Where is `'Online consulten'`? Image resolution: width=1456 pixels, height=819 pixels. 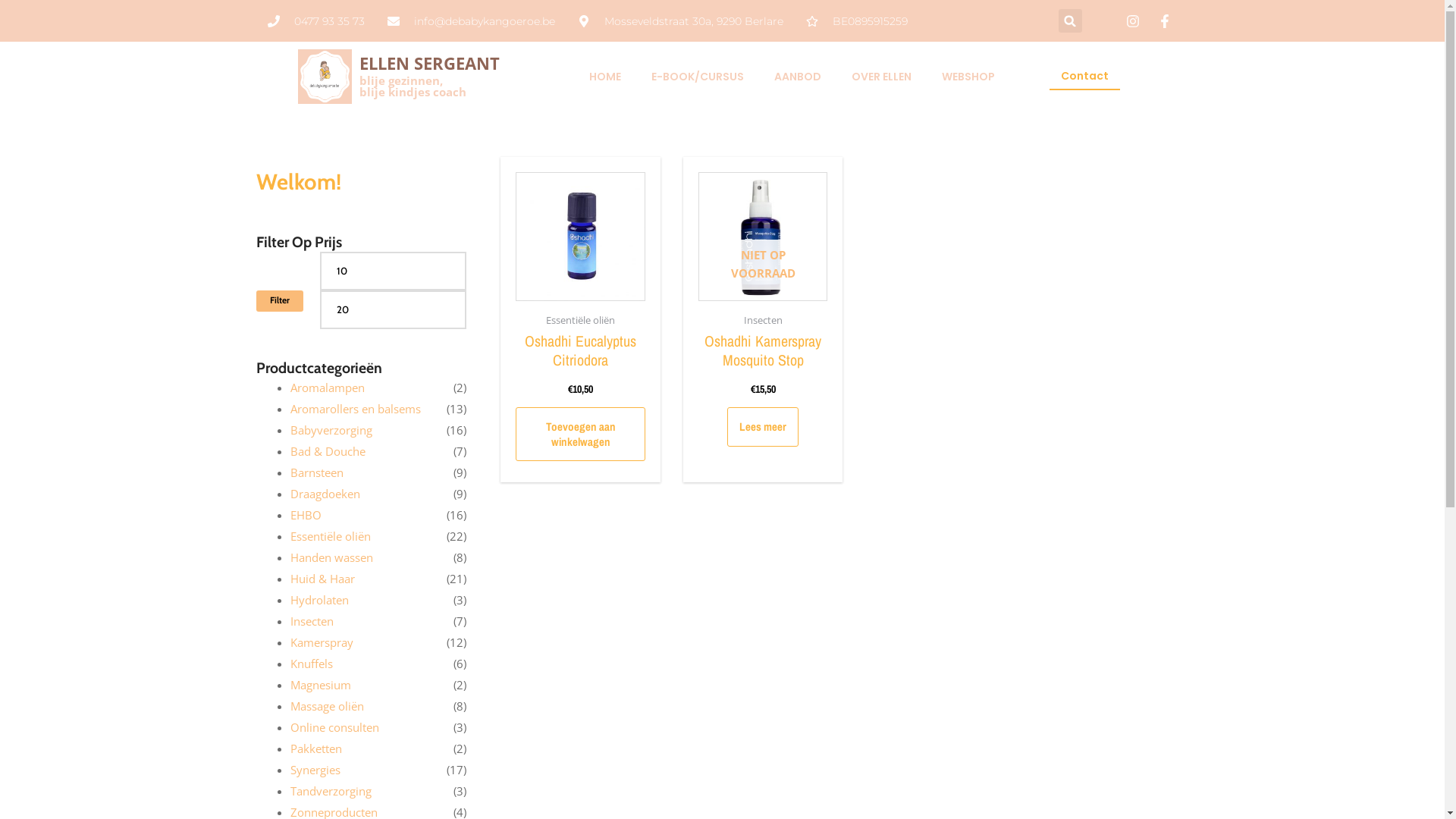 'Online consulten' is located at coordinates (333, 726).